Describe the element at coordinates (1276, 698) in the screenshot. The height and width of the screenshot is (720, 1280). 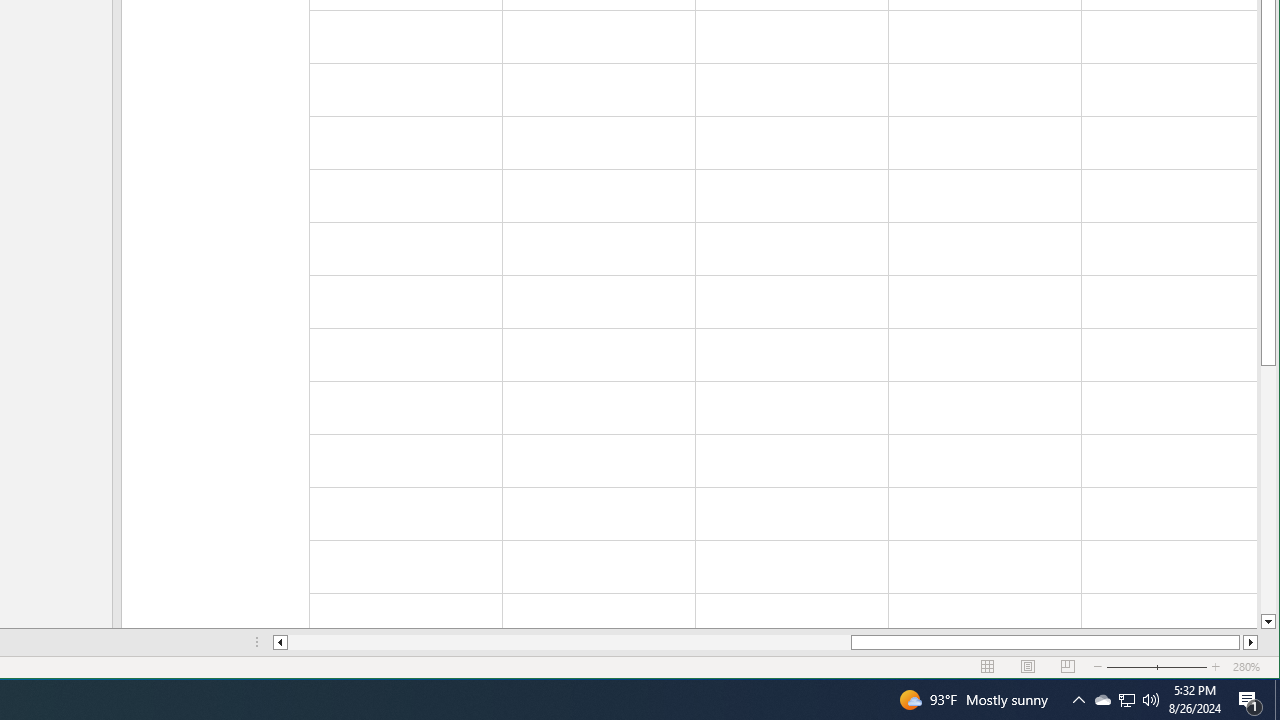
I see `'Show desktop'` at that location.